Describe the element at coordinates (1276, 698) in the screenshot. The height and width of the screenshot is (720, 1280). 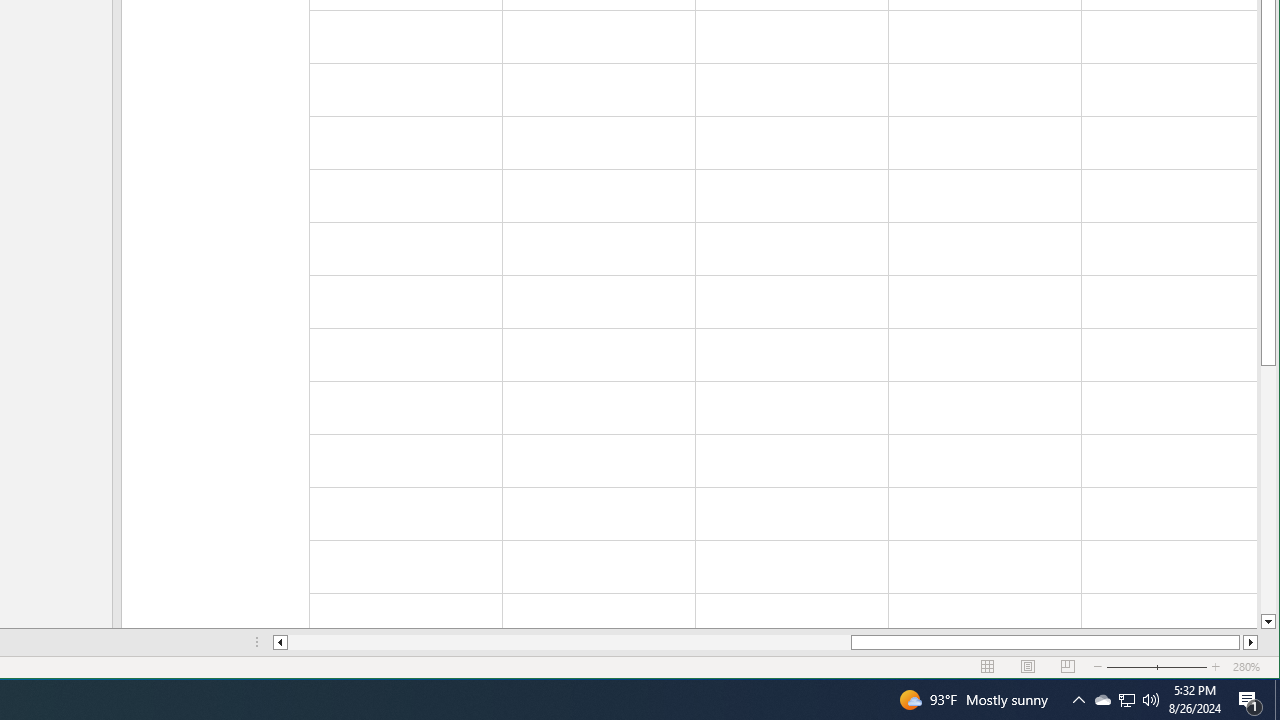
I see `'Show desktop'` at that location.